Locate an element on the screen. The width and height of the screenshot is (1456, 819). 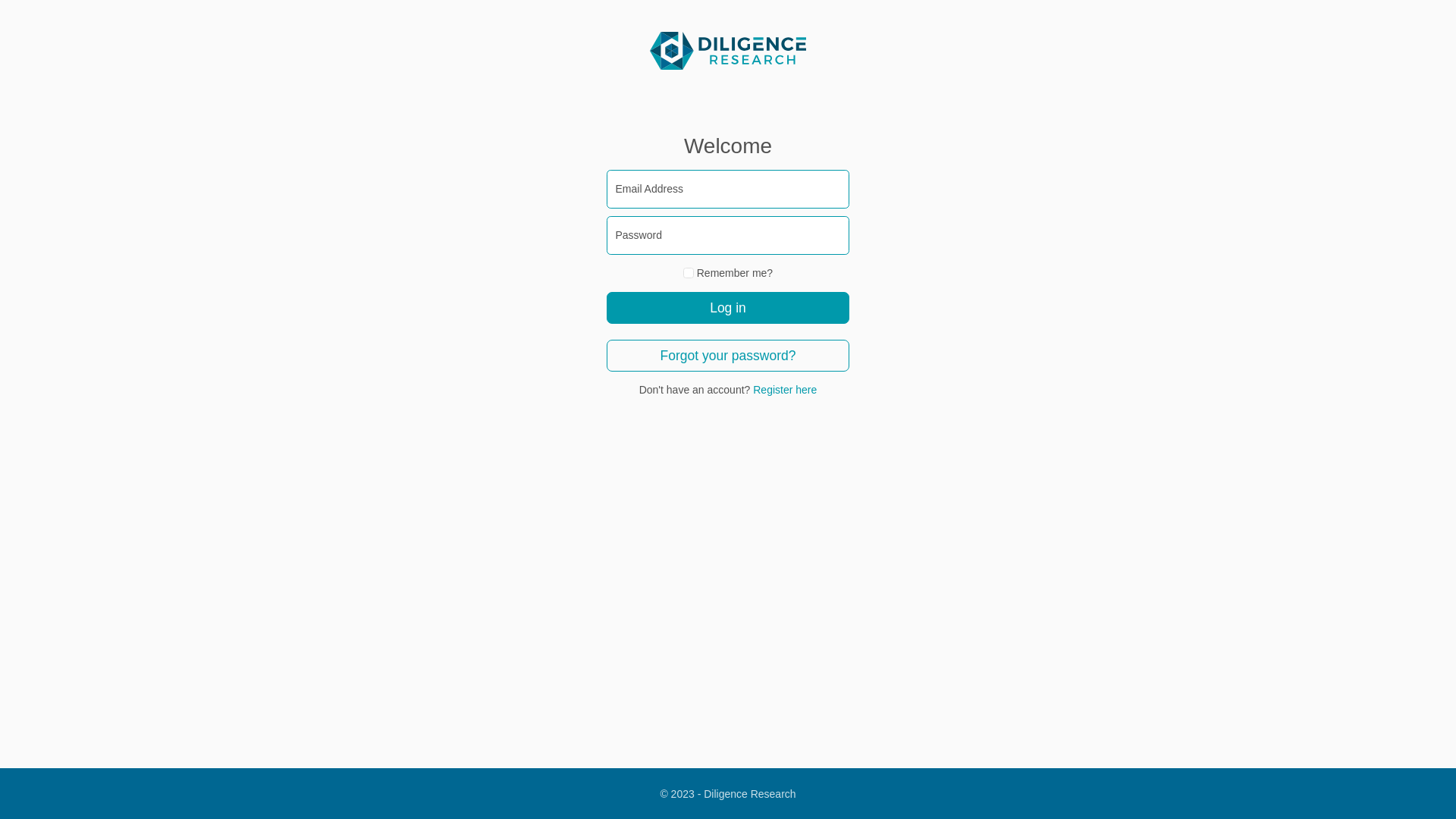
'Forgot your password?' is located at coordinates (728, 356).